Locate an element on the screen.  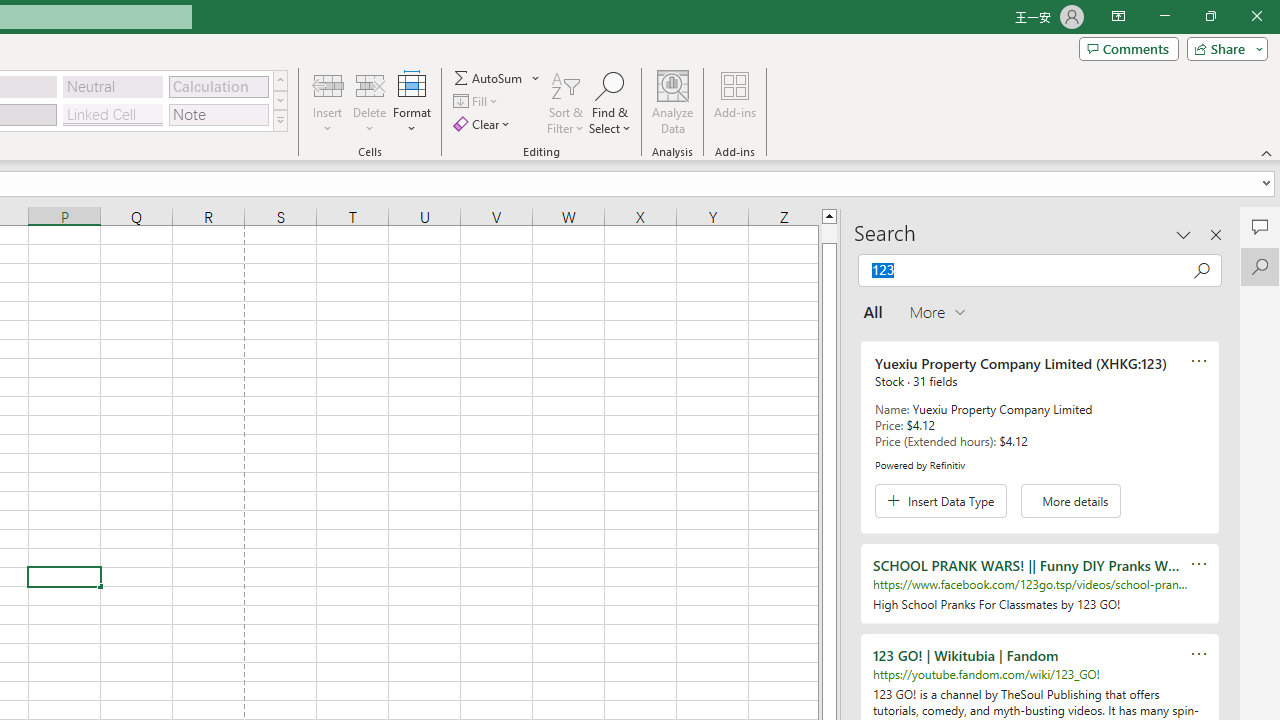
'Neutral' is located at coordinates (112, 85).